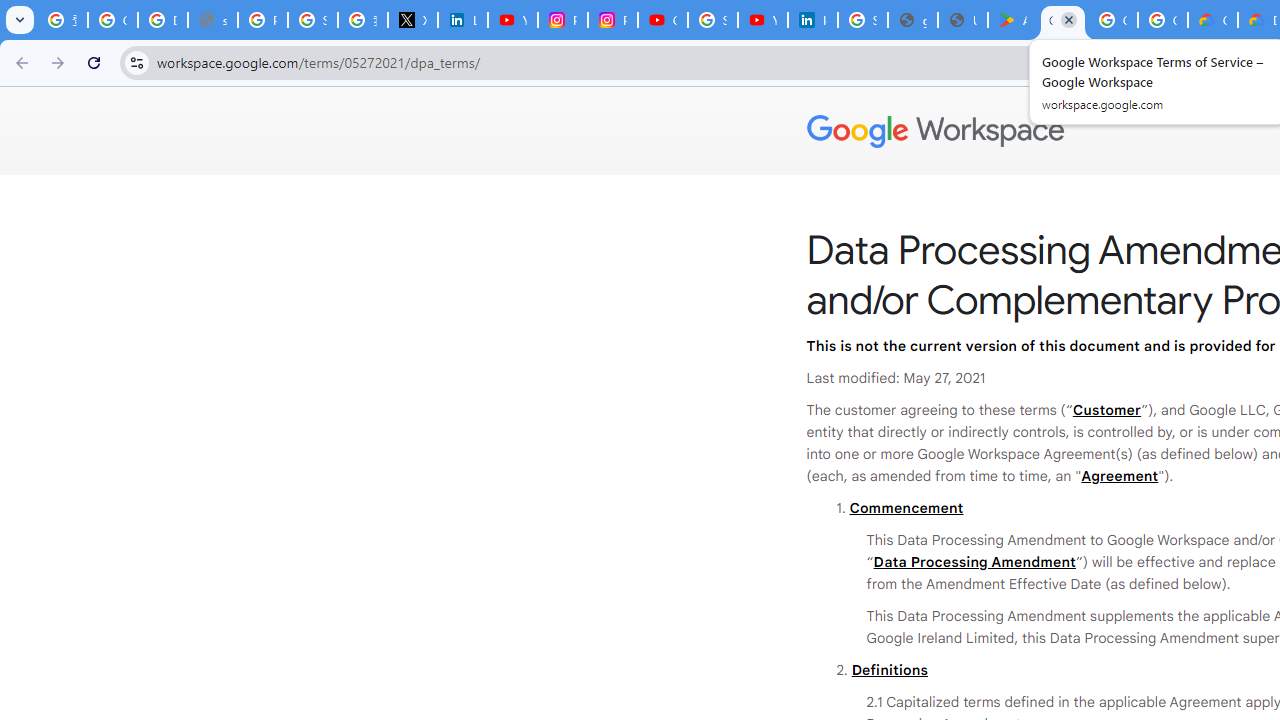  Describe the element at coordinates (213, 20) in the screenshot. I see `'support.google.com - Network error'` at that location.